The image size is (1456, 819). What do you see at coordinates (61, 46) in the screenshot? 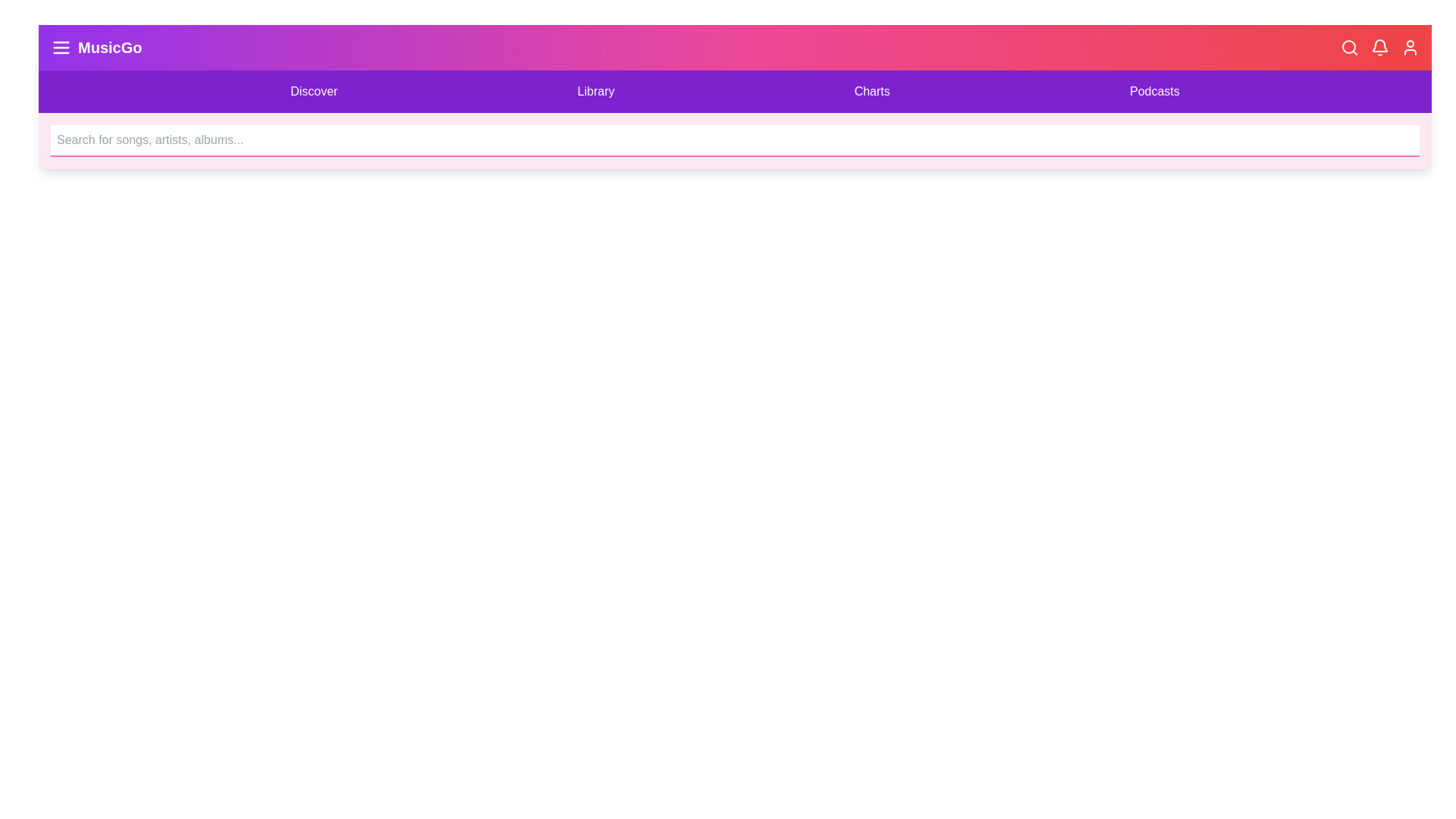
I see `the 'Menu' button to toggle the visibility of the menu` at bounding box center [61, 46].